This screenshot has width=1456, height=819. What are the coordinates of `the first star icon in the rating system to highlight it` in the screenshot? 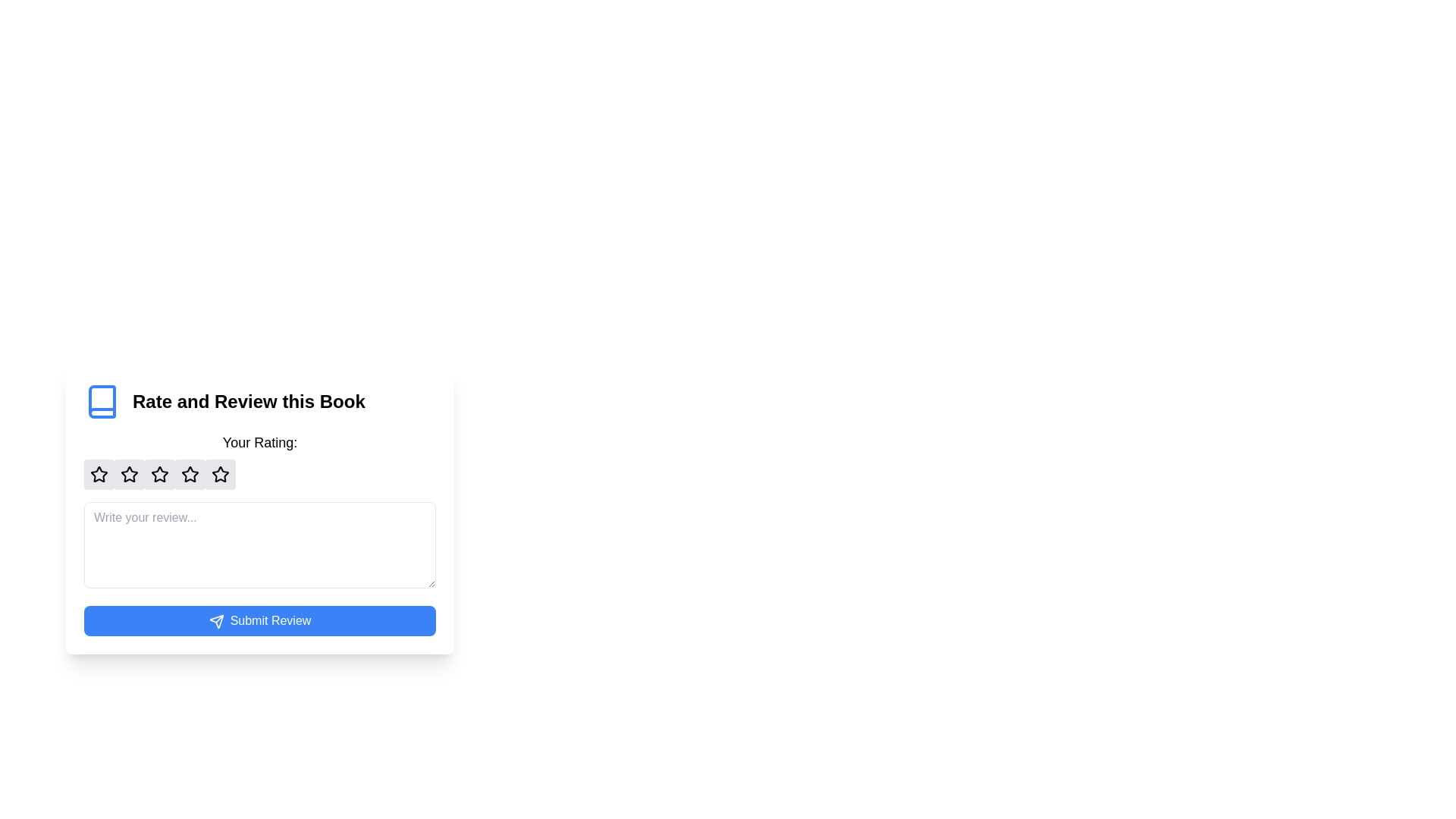 It's located at (130, 473).